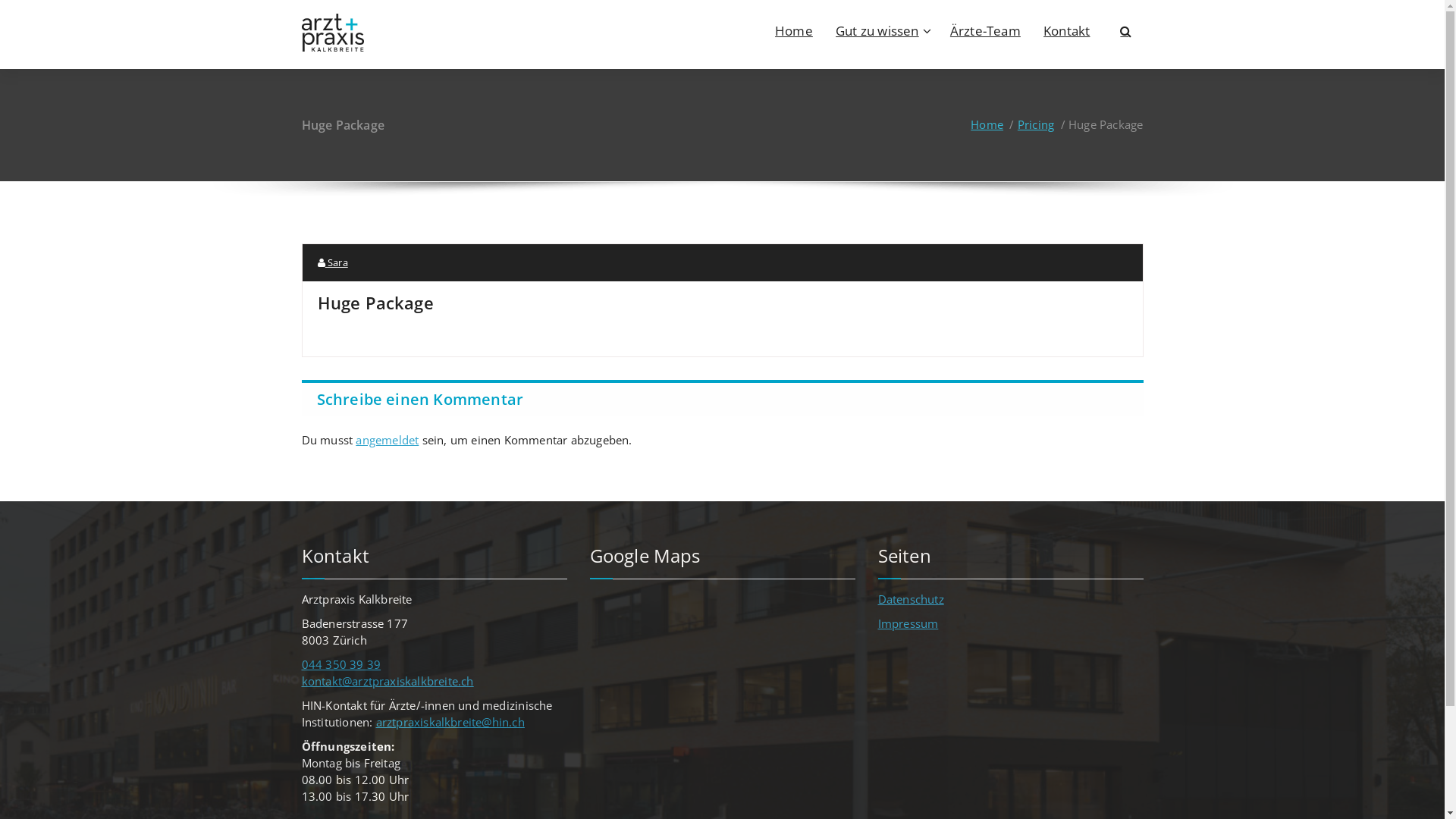 Image resolution: width=1456 pixels, height=819 pixels. What do you see at coordinates (302, 680) in the screenshot?
I see `'kontakt@arztpraxiskalkbreite.ch'` at bounding box center [302, 680].